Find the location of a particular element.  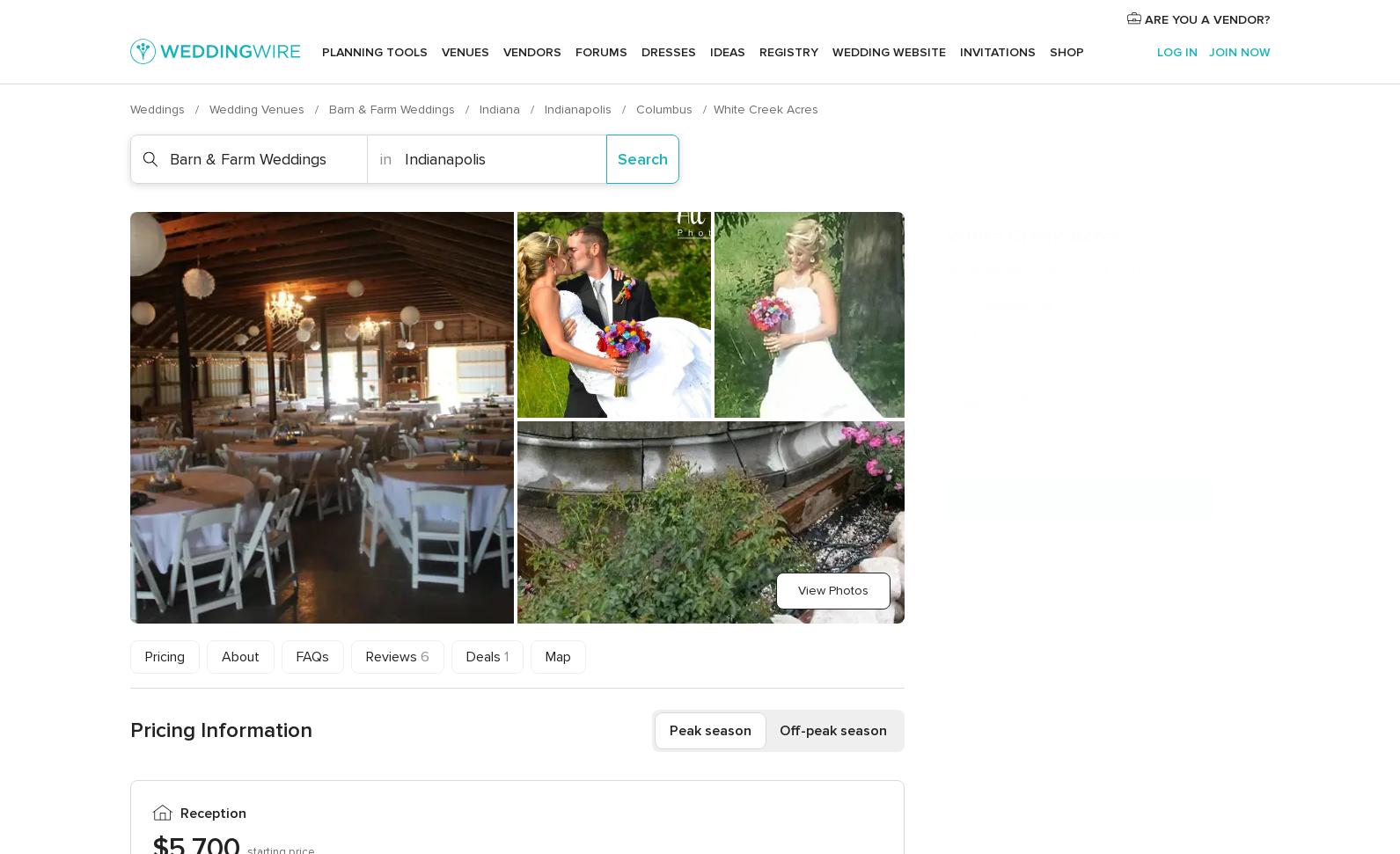

'Off-peak season' is located at coordinates (832, 729).